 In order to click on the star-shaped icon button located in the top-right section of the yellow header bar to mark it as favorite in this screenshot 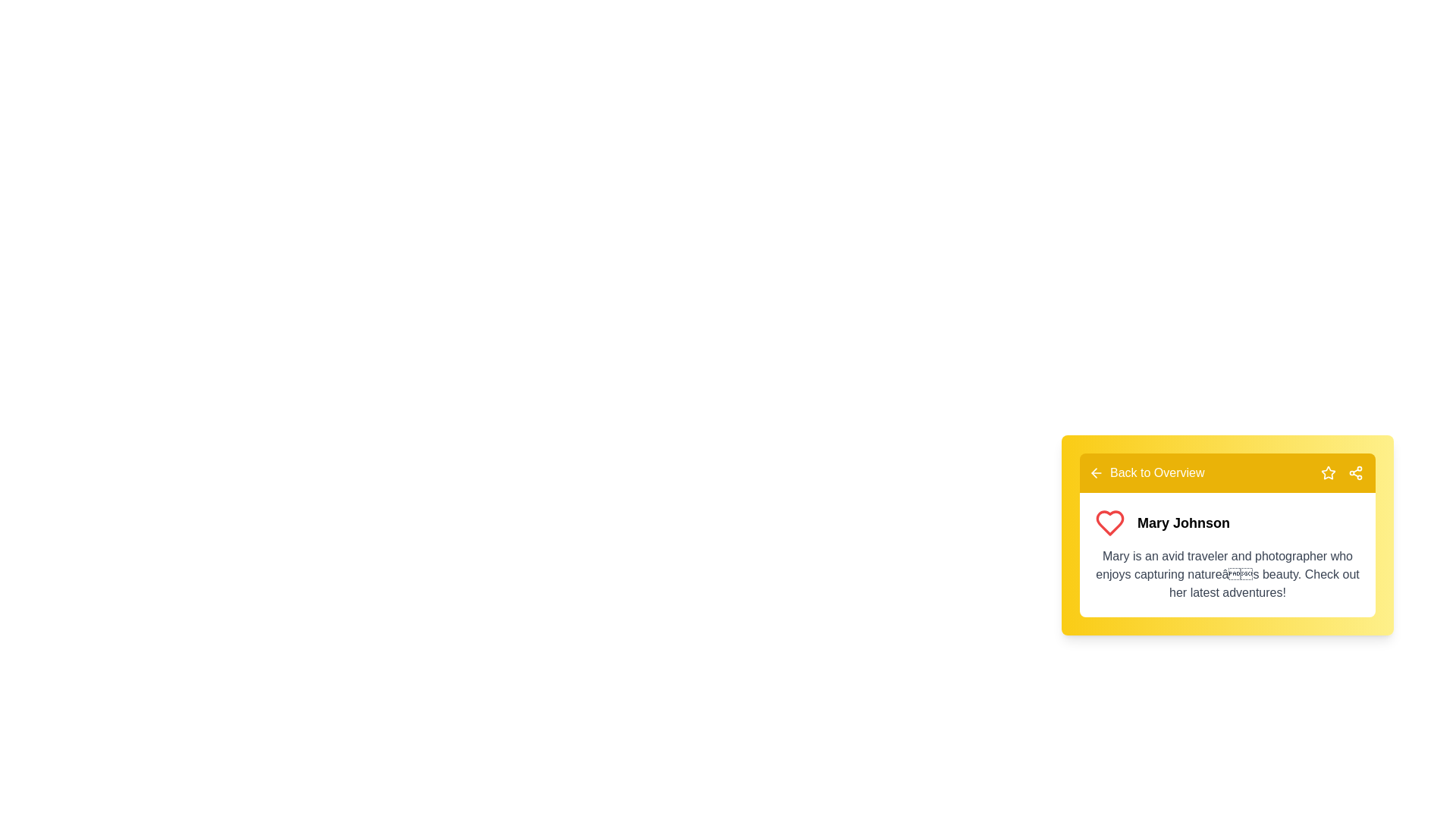, I will do `click(1328, 472)`.